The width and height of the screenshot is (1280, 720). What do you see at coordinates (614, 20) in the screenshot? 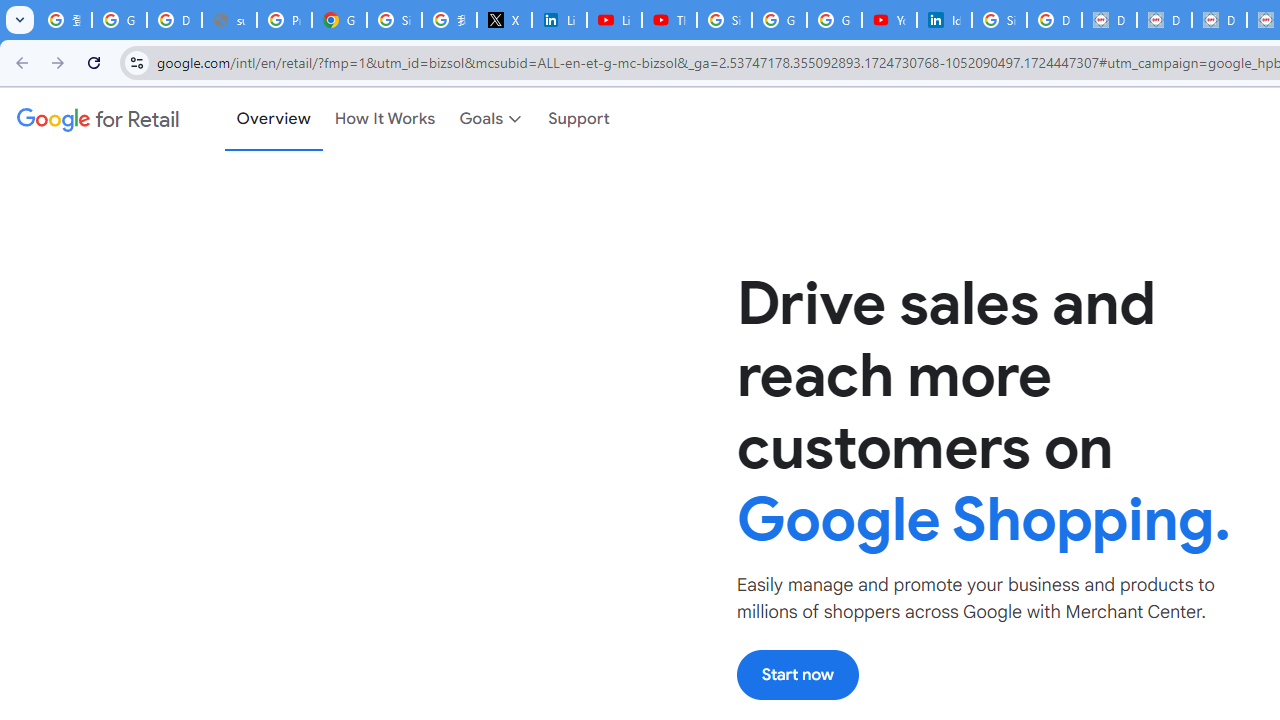
I see `'LinkedIn - YouTube'` at bounding box center [614, 20].